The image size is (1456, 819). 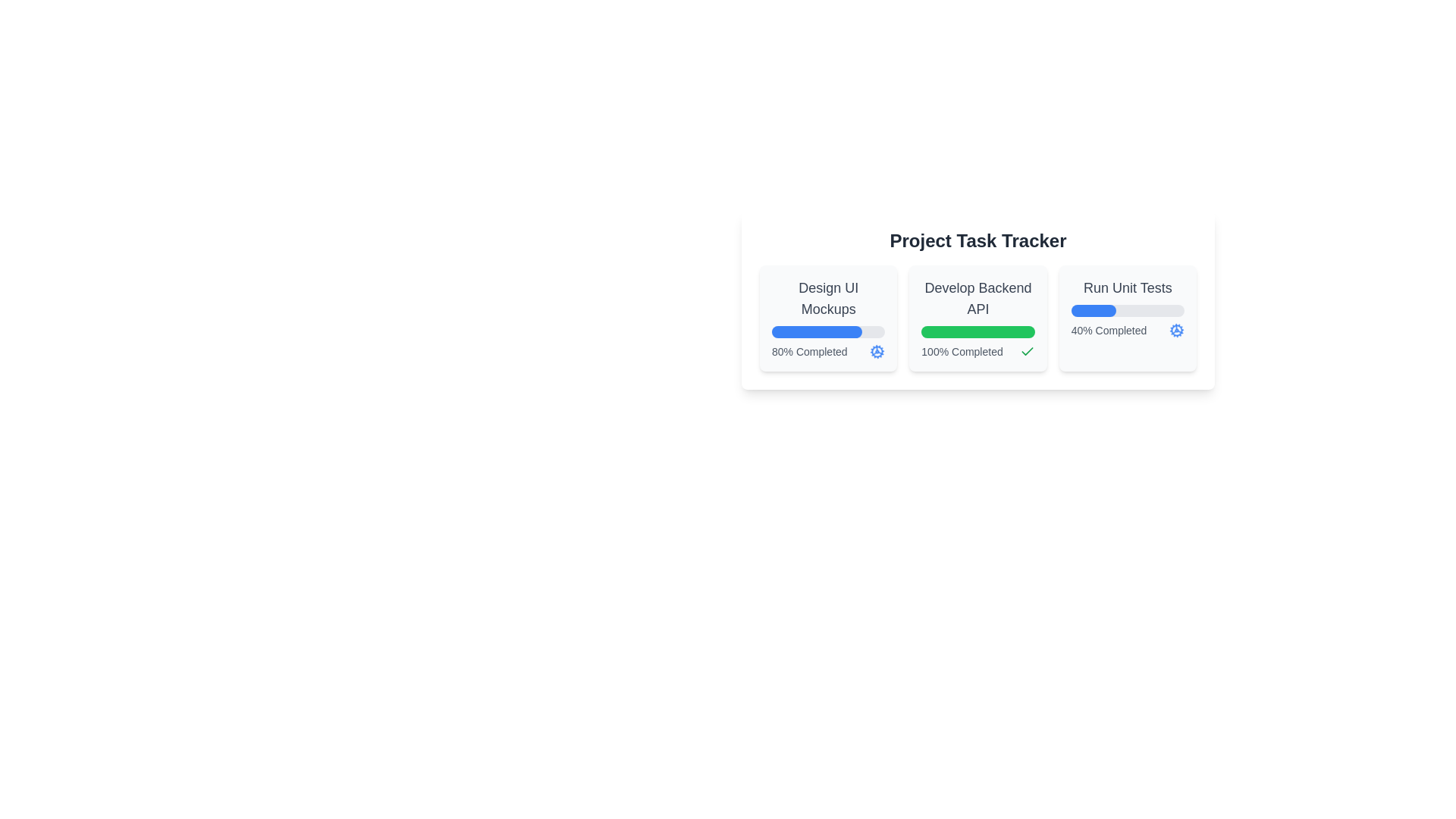 What do you see at coordinates (1175, 329) in the screenshot?
I see `the blue spinning gear icon indicating a loading state, located in the 'Run Unit Tests' section` at bounding box center [1175, 329].